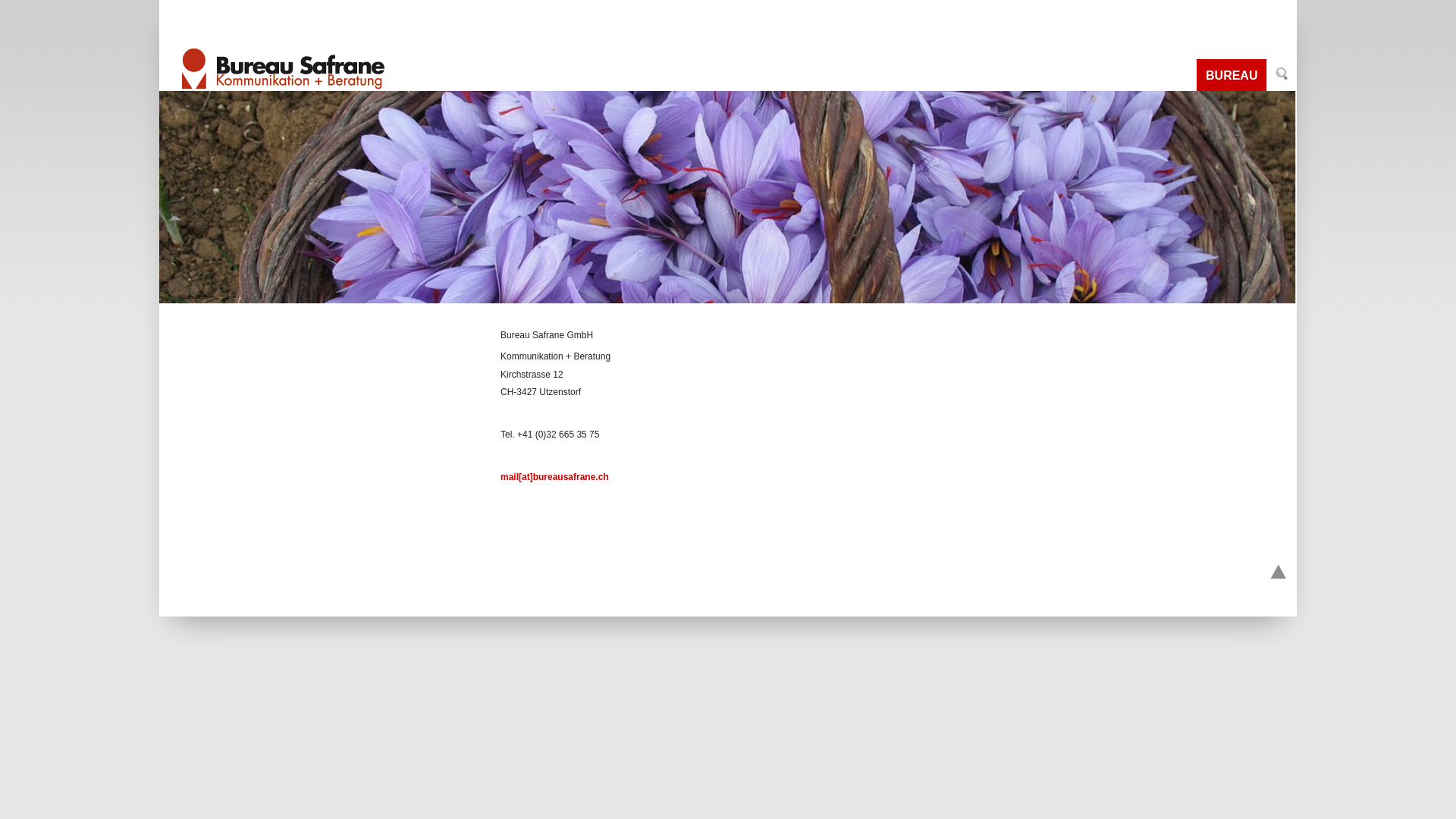 This screenshot has height=819, width=1456. I want to click on 'Go to top', so click(1277, 573).